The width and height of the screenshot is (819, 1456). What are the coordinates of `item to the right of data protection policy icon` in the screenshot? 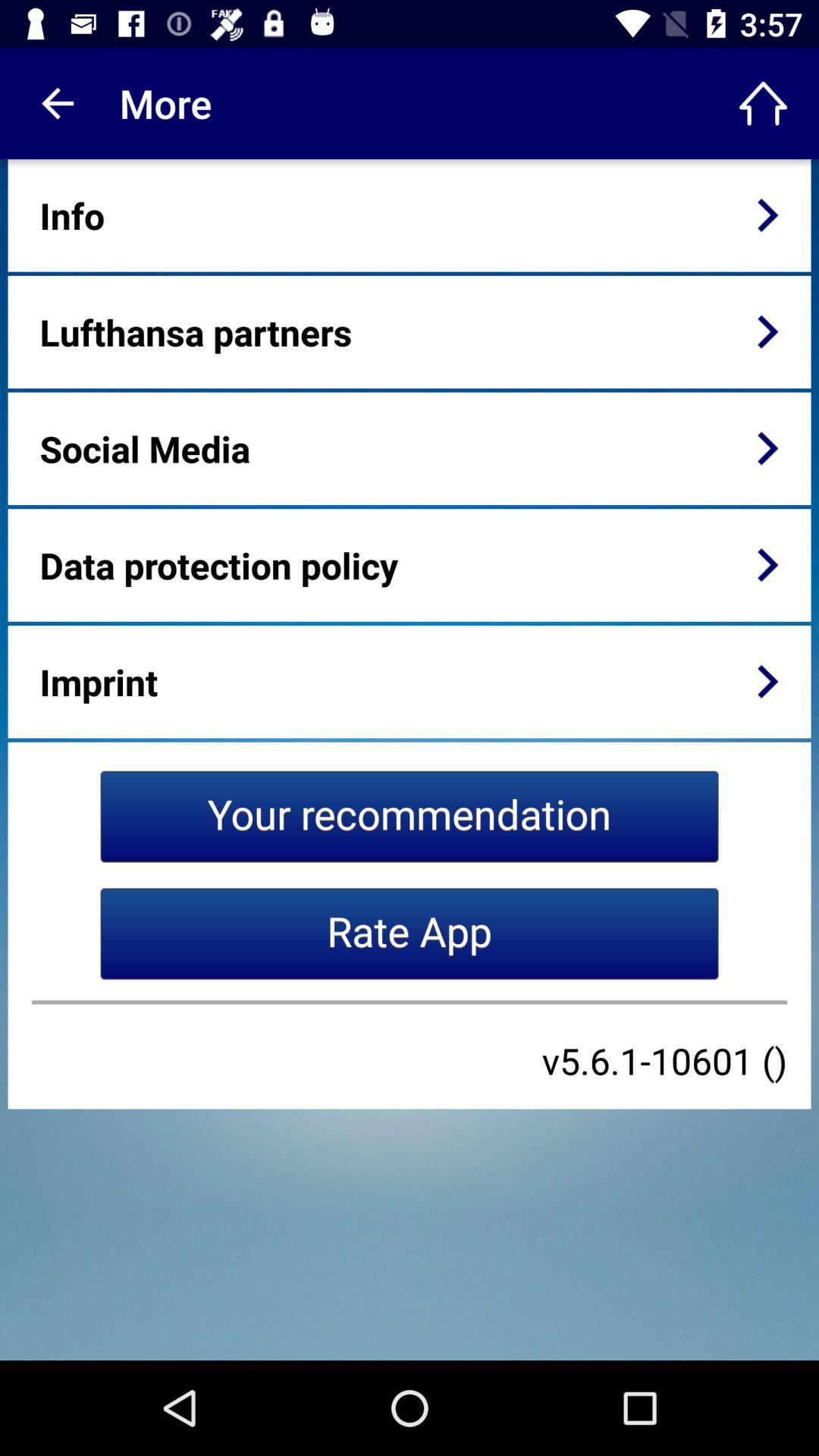 It's located at (767, 564).